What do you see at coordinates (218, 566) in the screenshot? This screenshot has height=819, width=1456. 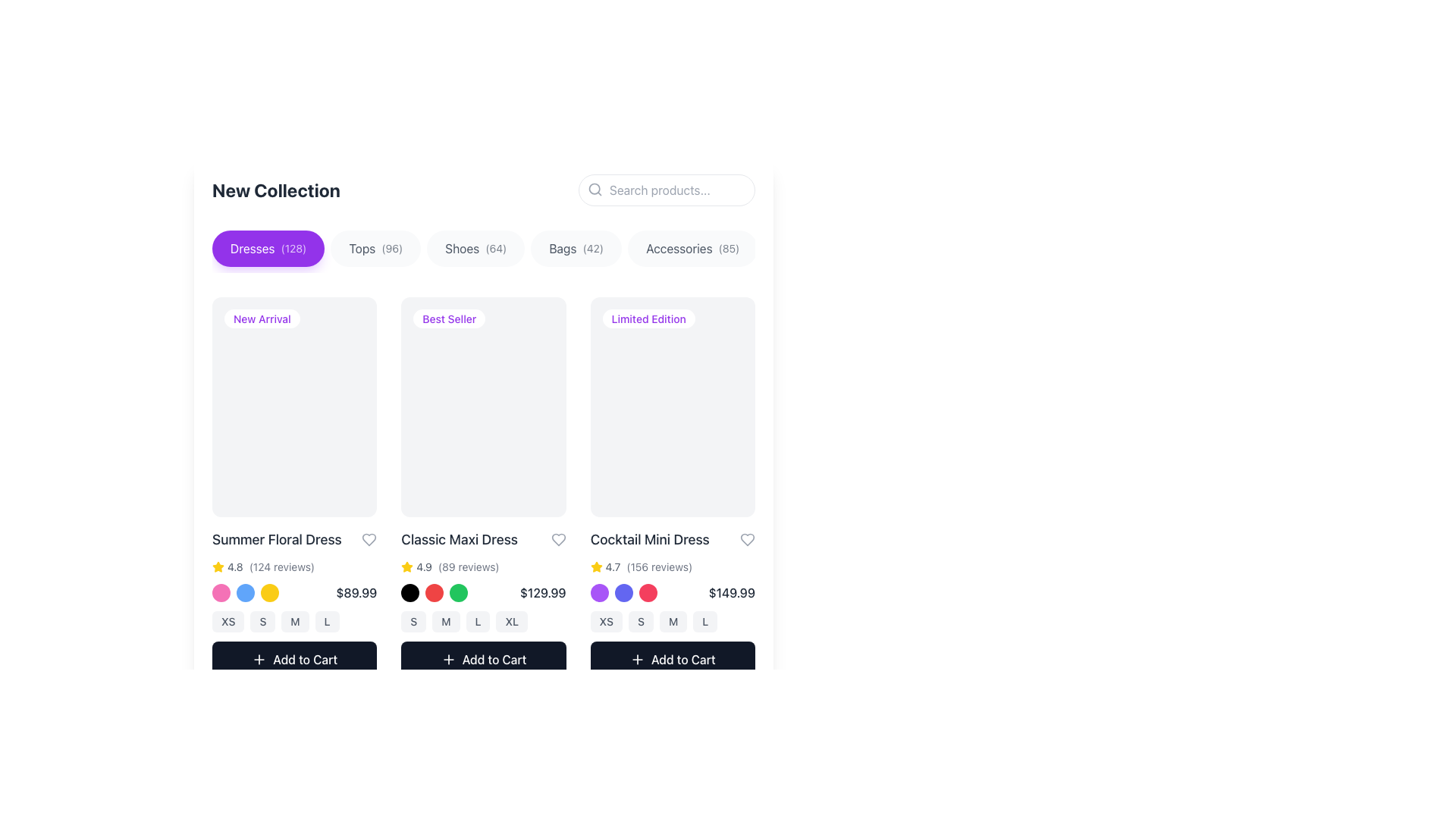 I see `the yellow star rating icon that represents a rating for the product 'Summer Floral Dress', which is positioned to the left of the numeric rating value '4.8'` at bounding box center [218, 566].